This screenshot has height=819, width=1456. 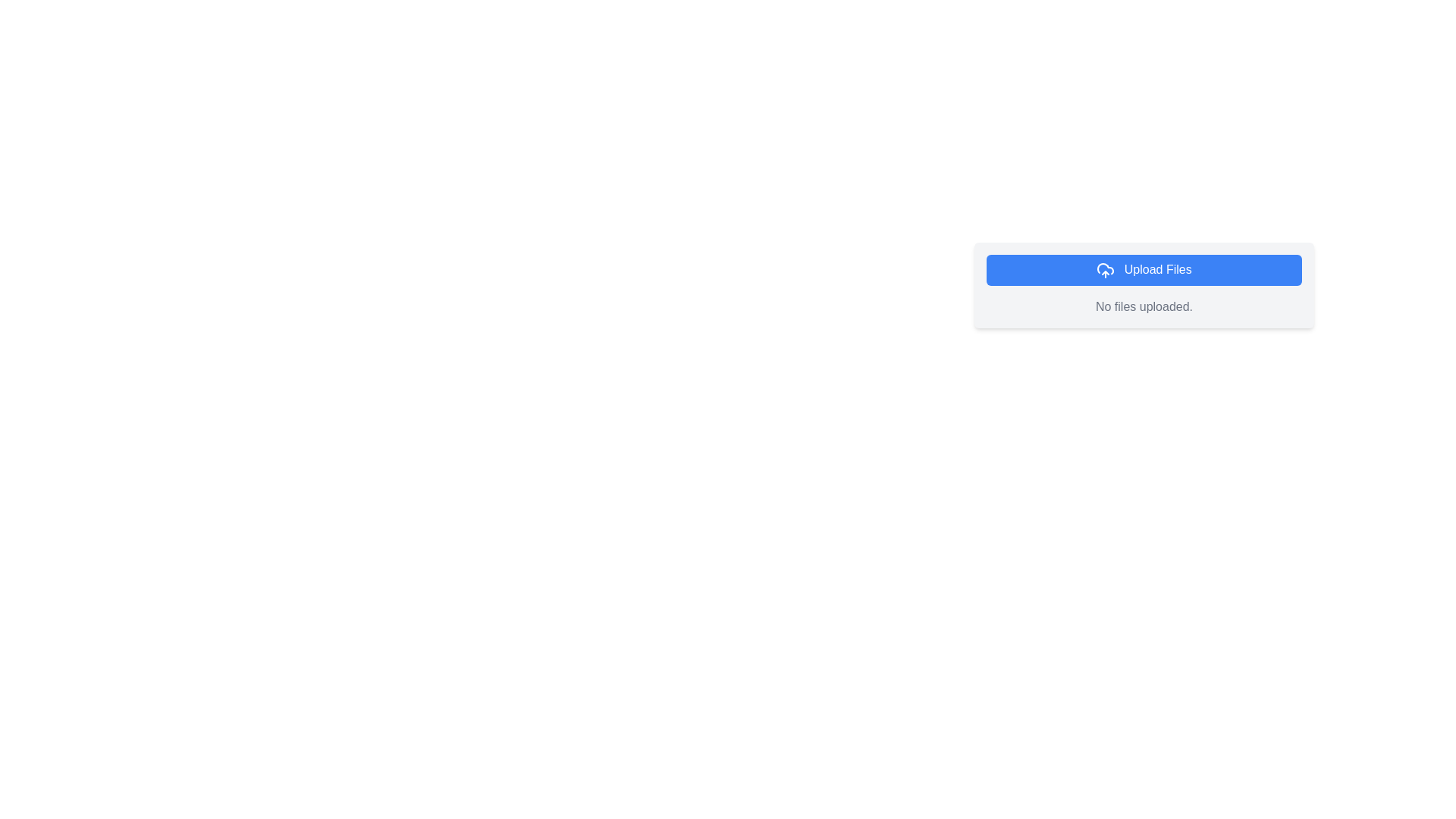 What do you see at coordinates (1144, 284) in the screenshot?
I see `the 'Upload Files' button located centrally within the modal, which serves as a prompt for the user to upload files` at bounding box center [1144, 284].